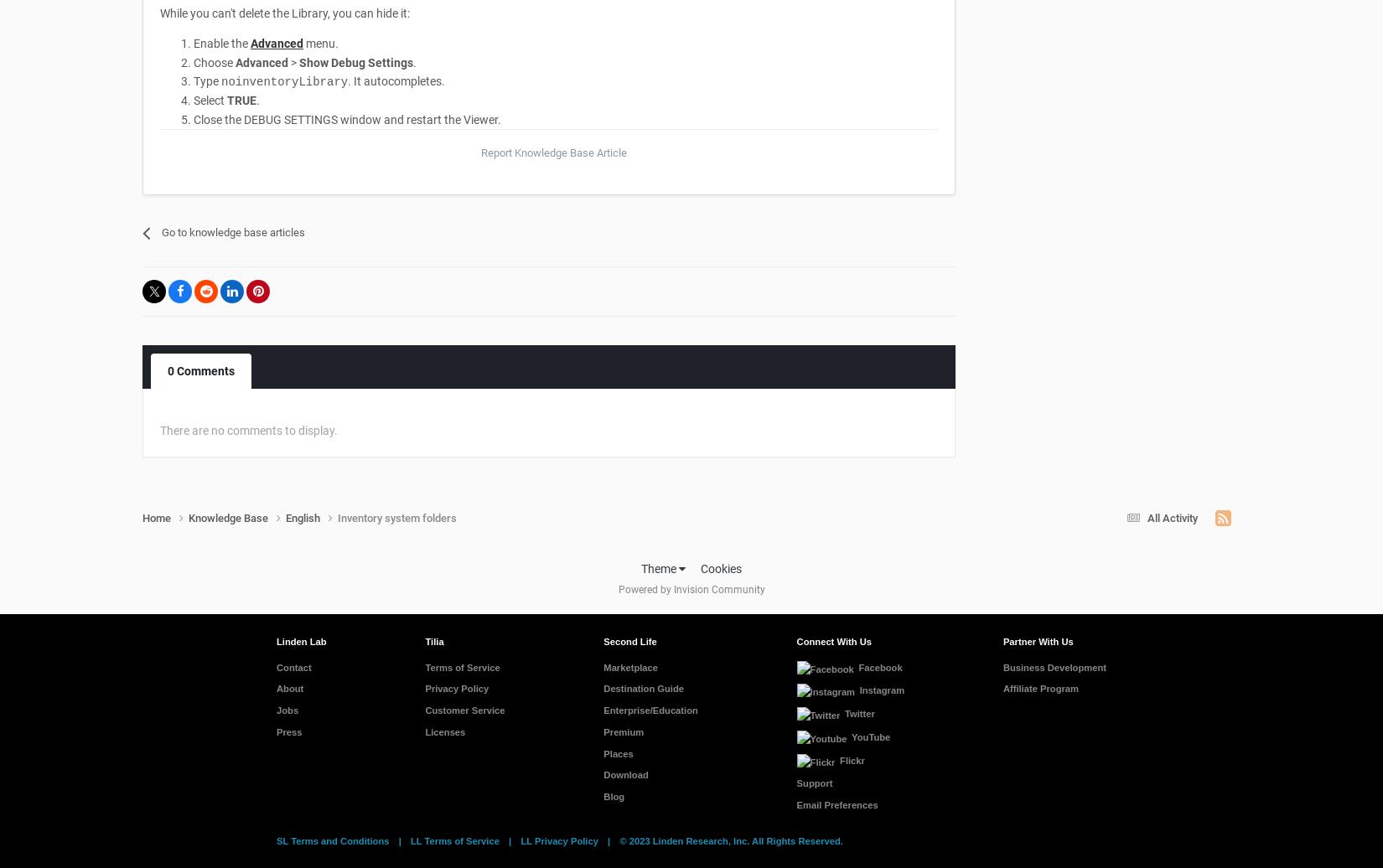  Describe the element at coordinates (230, 518) in the screenshot. I see `'Knowledge Base'` at that location.